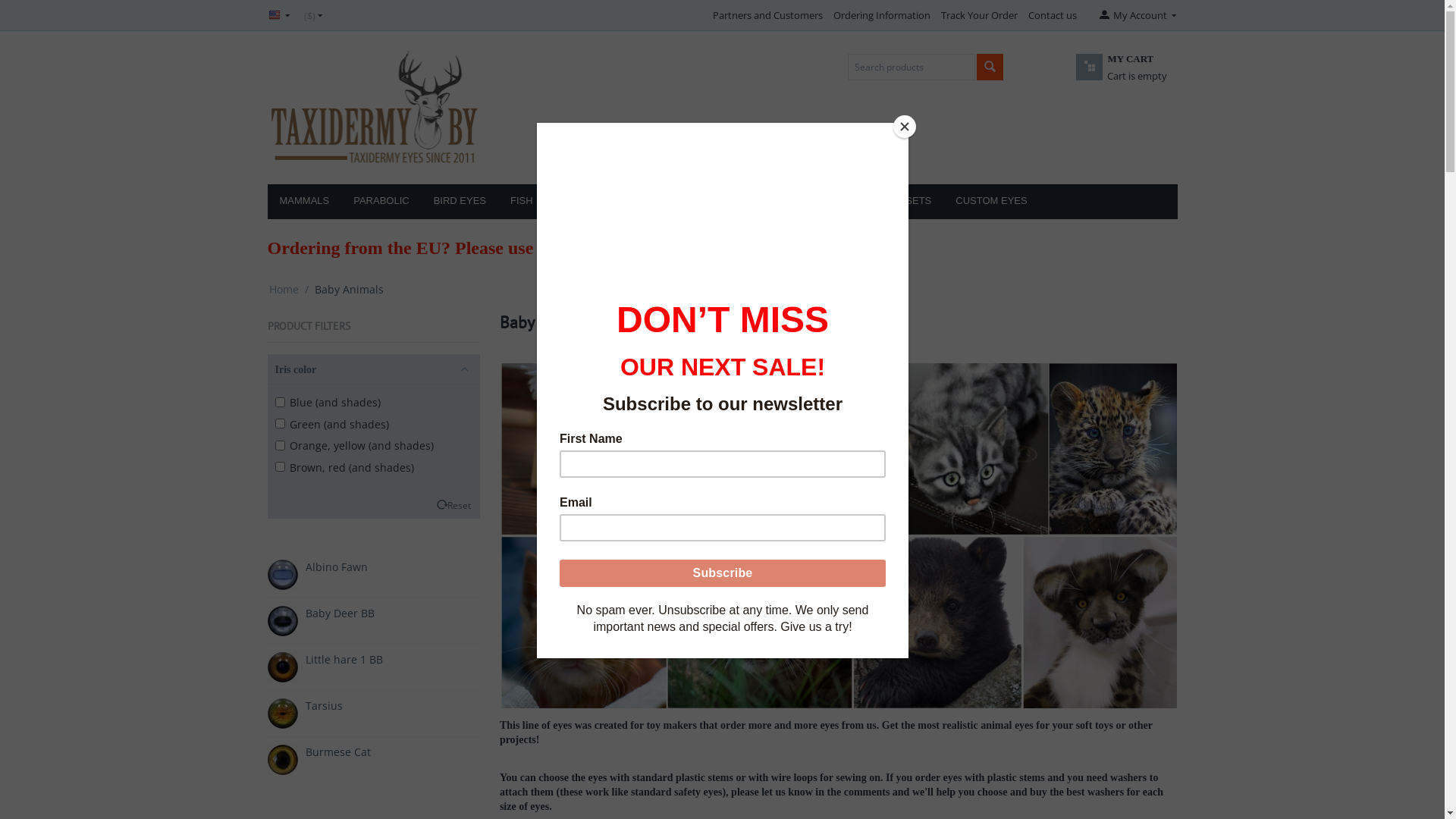 This screenshot has height=819, width=1456. What do you see at coordinates (322, 705) in the screenshot?
I see `'Tarsius'` at bounding box center [322, 705].